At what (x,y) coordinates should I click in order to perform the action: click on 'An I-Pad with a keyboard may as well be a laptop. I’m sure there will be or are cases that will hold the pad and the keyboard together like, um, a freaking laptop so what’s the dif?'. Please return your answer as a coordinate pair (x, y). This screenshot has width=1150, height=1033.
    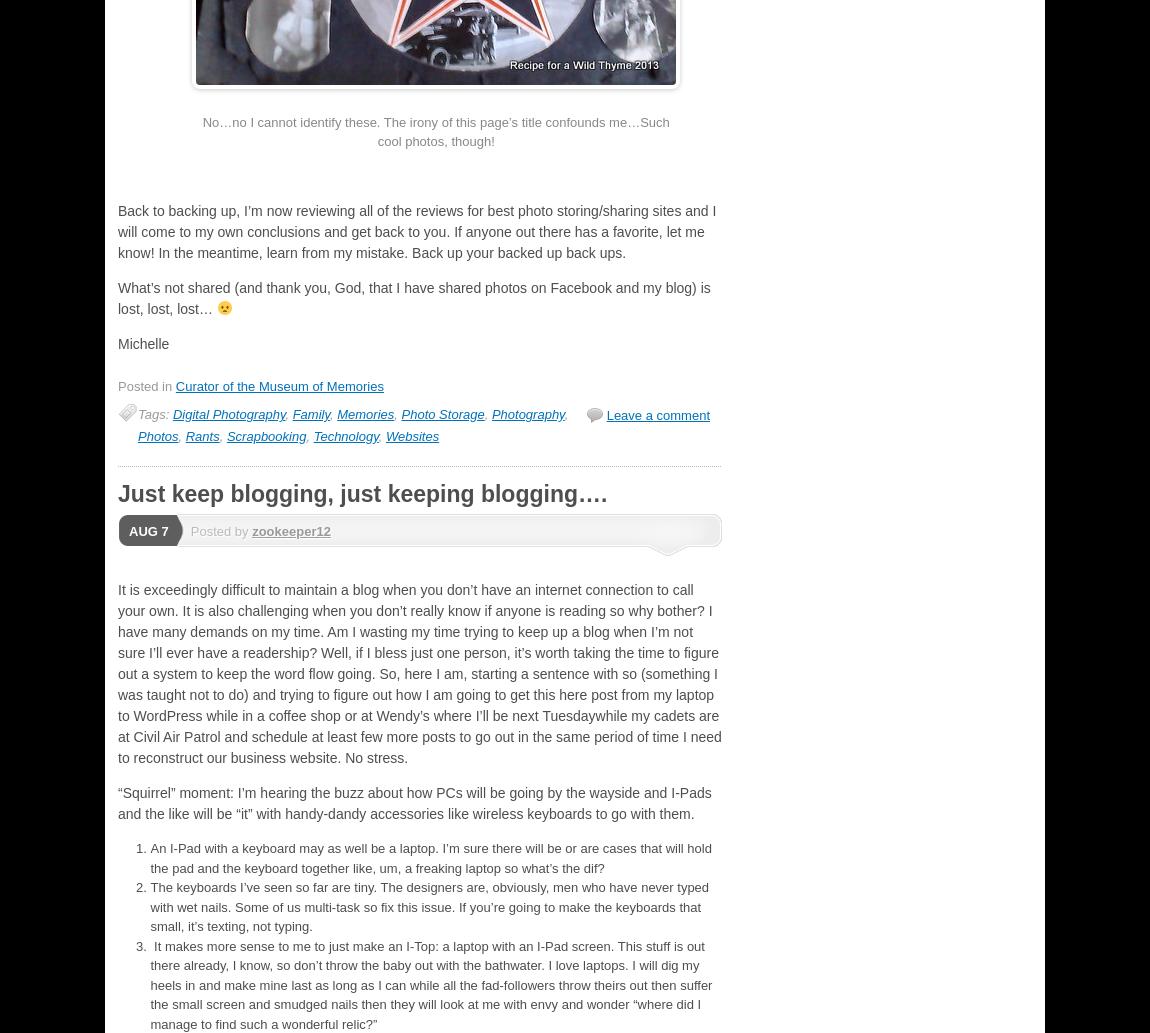
    Looking at the image, I should click on (430, 858).